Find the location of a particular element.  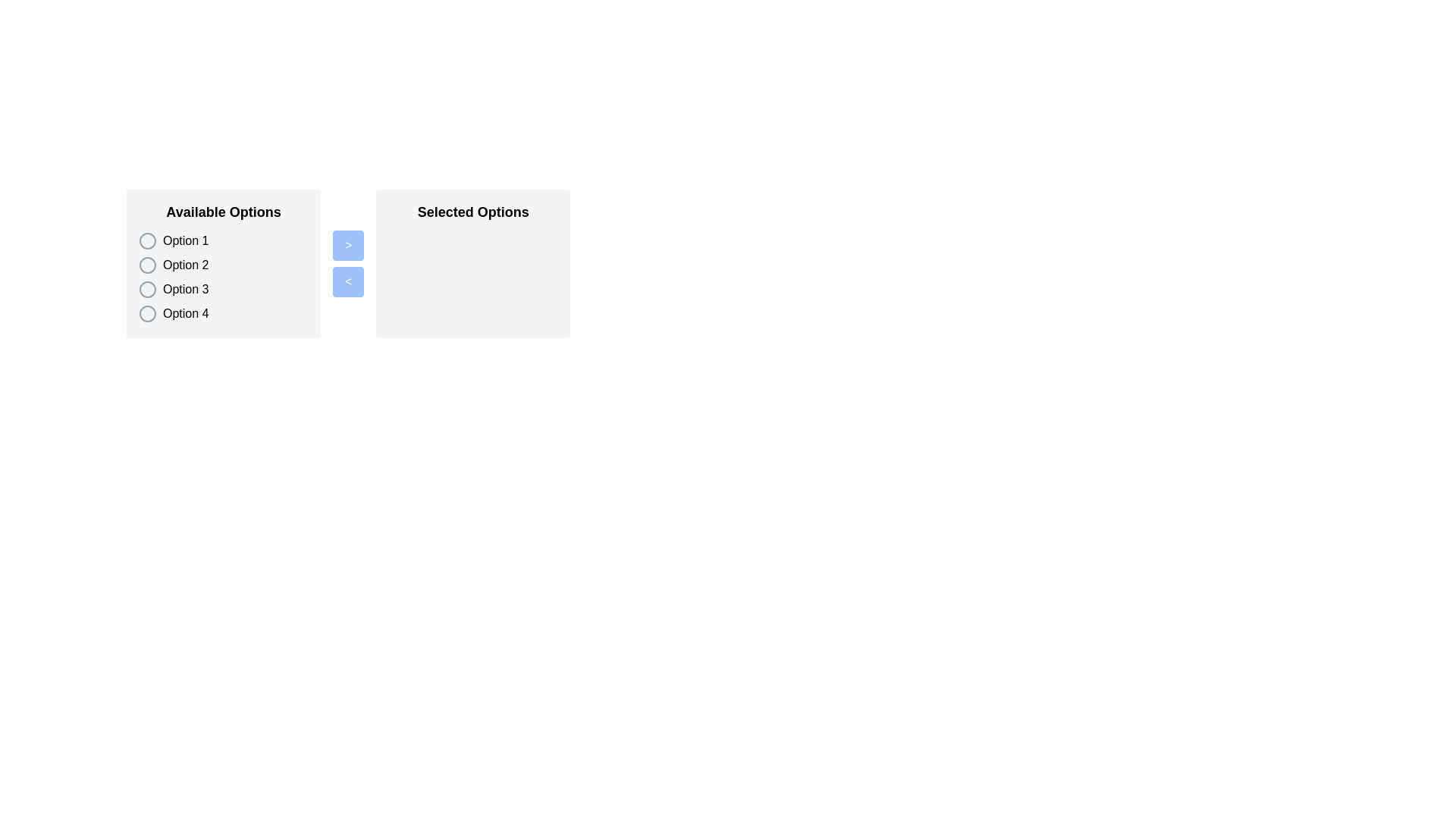

the first radio button in the 'Available Options' section is located at coordinates (148, 240).